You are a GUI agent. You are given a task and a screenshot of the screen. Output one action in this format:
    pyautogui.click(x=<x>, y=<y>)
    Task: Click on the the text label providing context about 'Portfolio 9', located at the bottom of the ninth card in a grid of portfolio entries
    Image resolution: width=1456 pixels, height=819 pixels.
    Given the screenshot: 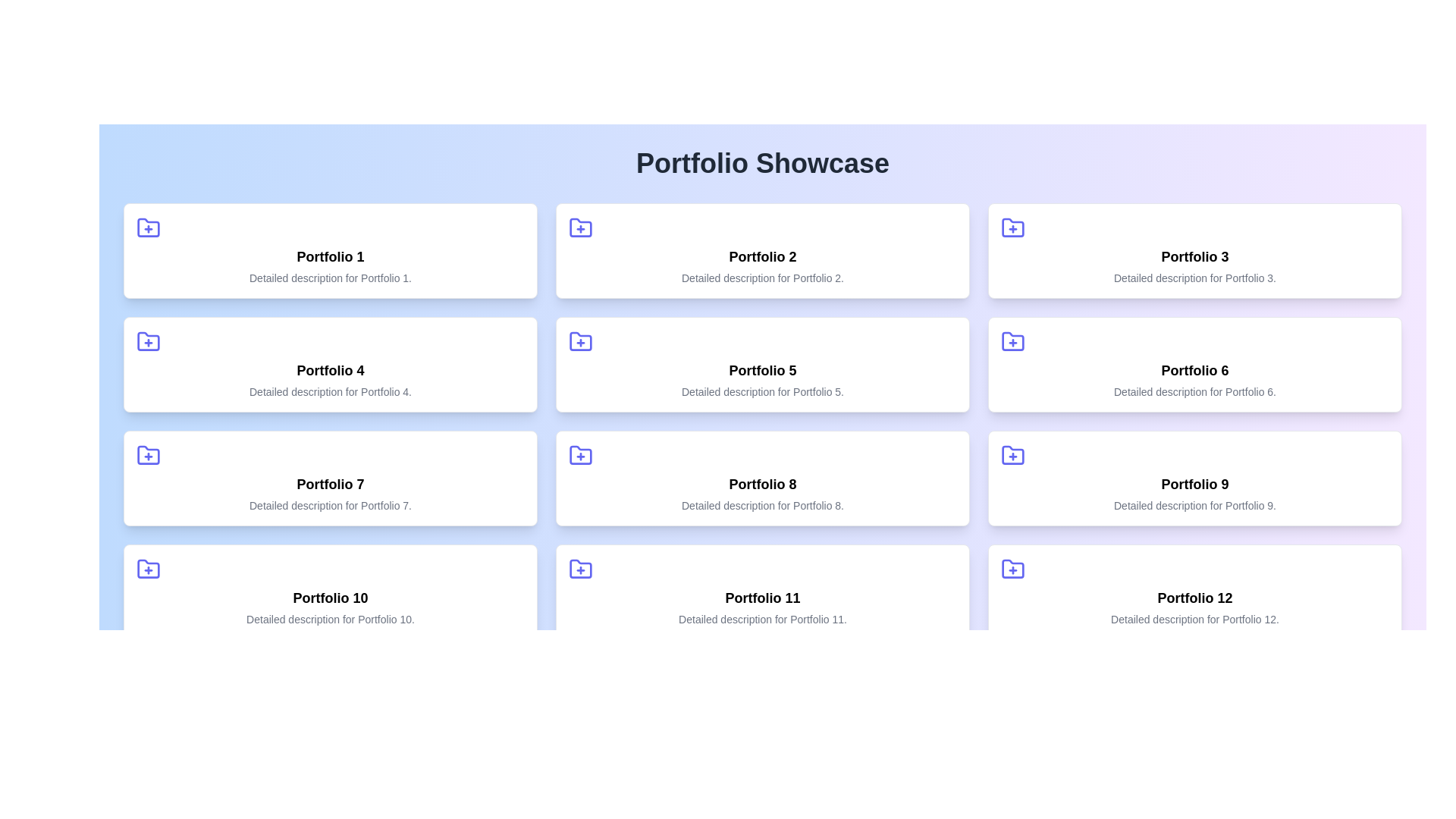 What is the action you would take?
    pyautogui.click(x=1194, y=506)
    